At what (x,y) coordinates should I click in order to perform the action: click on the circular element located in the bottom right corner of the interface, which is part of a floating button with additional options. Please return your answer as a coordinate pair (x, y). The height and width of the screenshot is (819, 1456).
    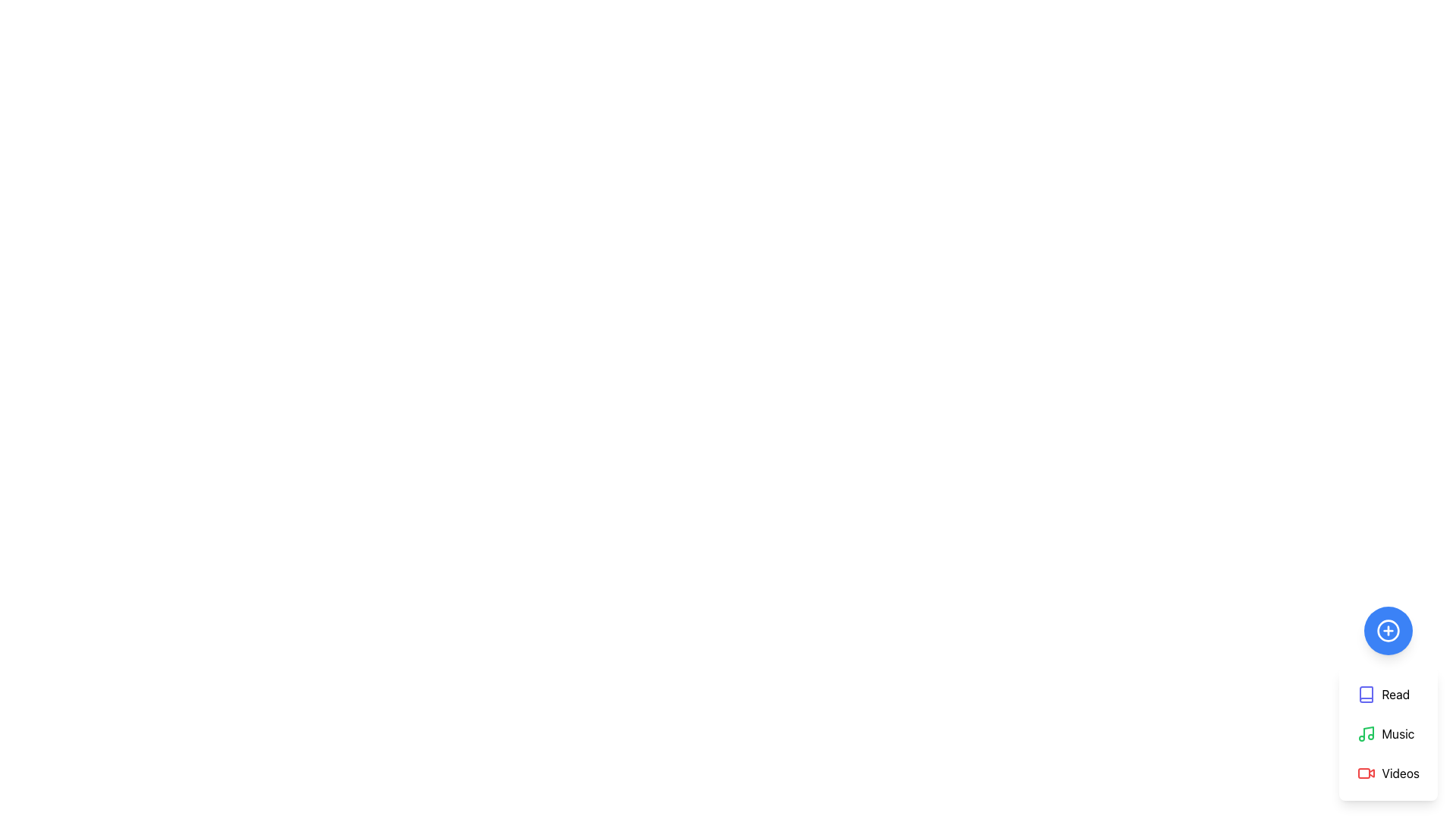
    Looking at the image, I should click on (1389, 631).